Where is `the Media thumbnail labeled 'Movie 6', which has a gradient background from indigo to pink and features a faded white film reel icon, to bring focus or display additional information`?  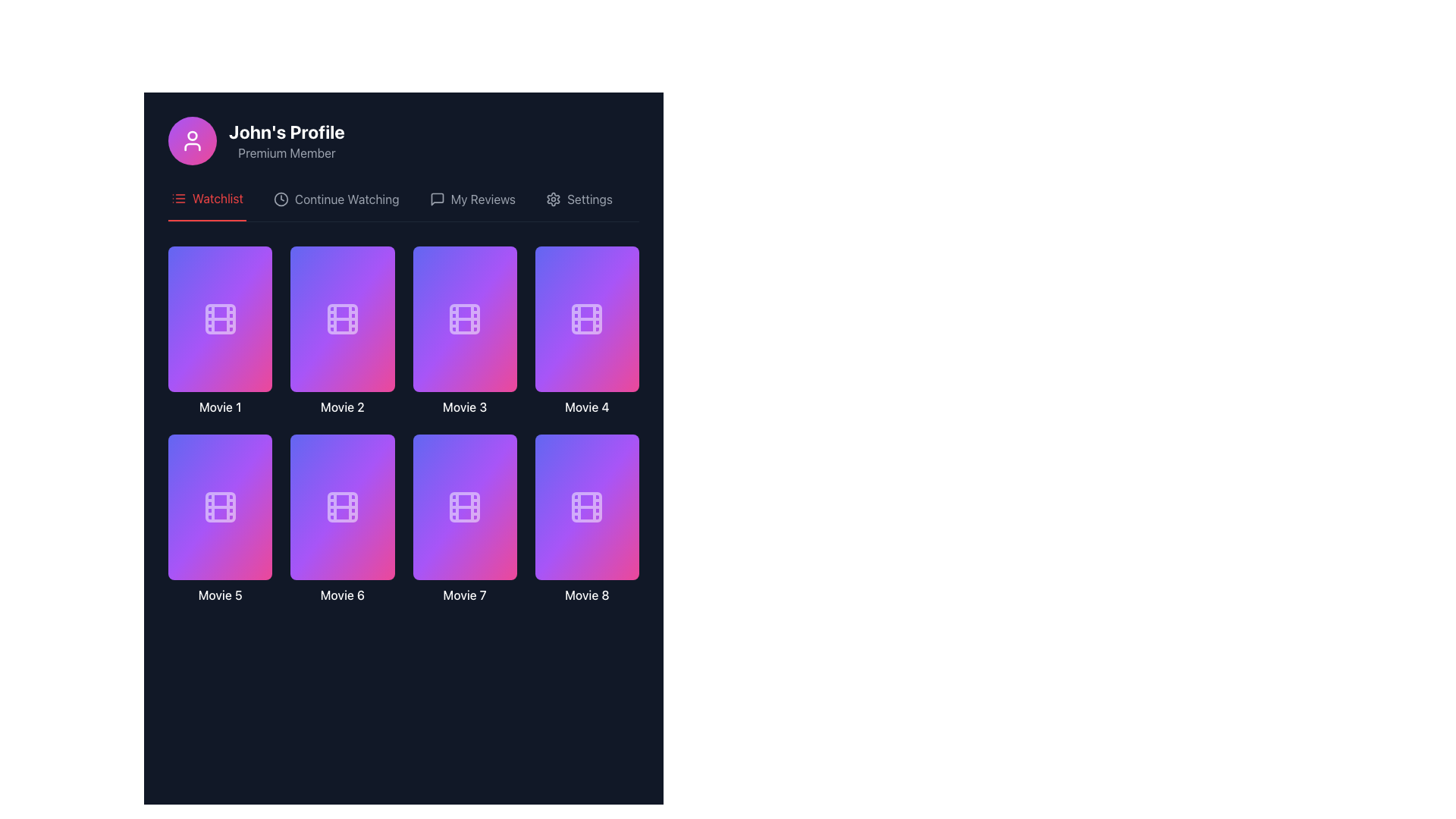 the Media thumbnail labeled 'Movie 6', which has a gradient background from indigo to pink and features a faded white film reel icon, to bring focus or display additional information is located at coordinates (341, 507).